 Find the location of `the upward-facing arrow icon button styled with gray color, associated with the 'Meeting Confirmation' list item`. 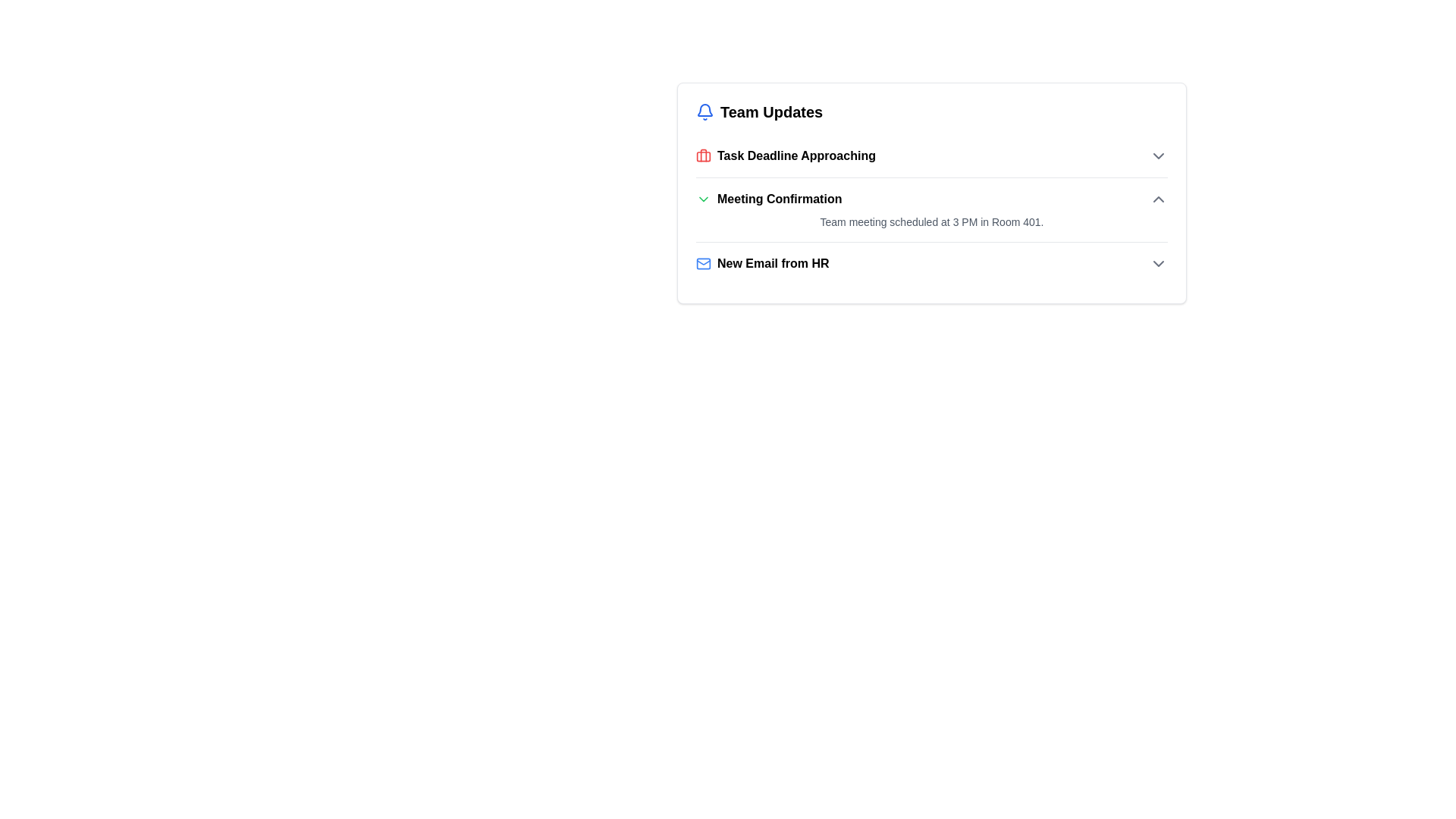

the upward-facing arrow icon button styled with gray color, associated with the 'Meeting Confirmation' list item is located at coordinates (1157, 198).